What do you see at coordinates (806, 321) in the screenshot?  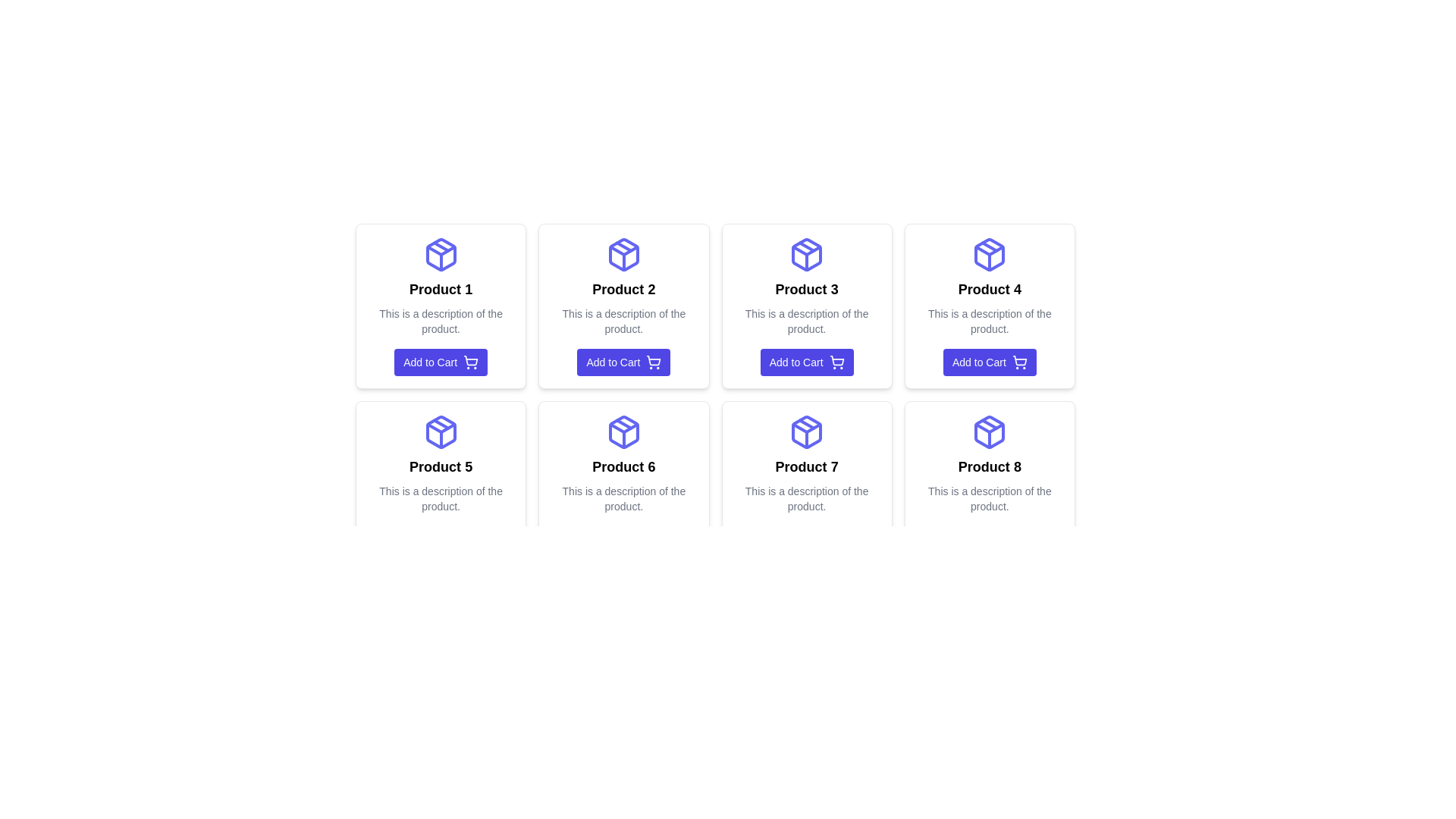 I see `text displayed in the text block that says 'This is a description of the product.' located below the title 'Product 3' and above the 'Add to Cart' button` at bounding box center [806, 321].